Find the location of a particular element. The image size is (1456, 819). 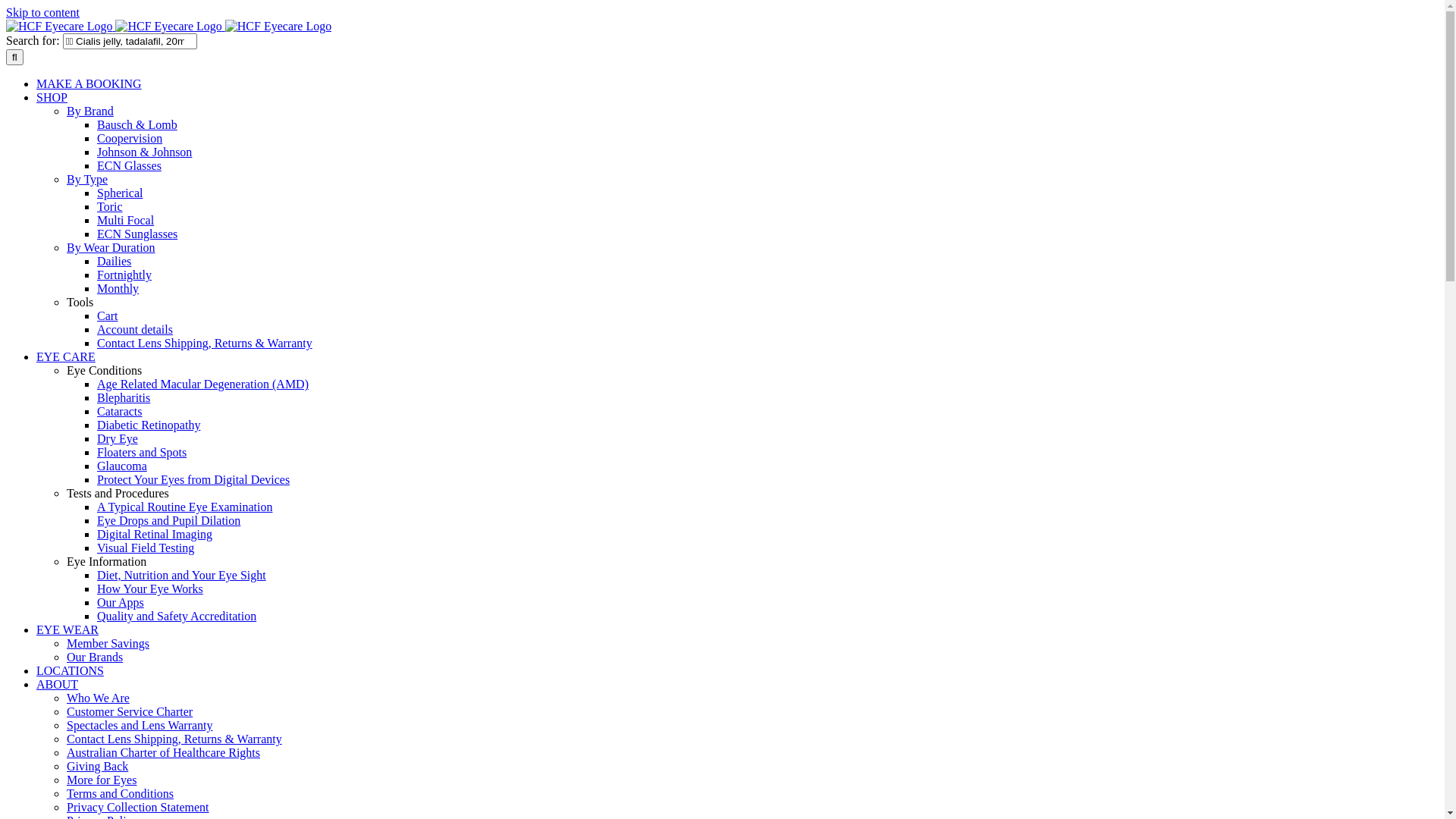

'Who We Are' is located at coordinates (97, 698).